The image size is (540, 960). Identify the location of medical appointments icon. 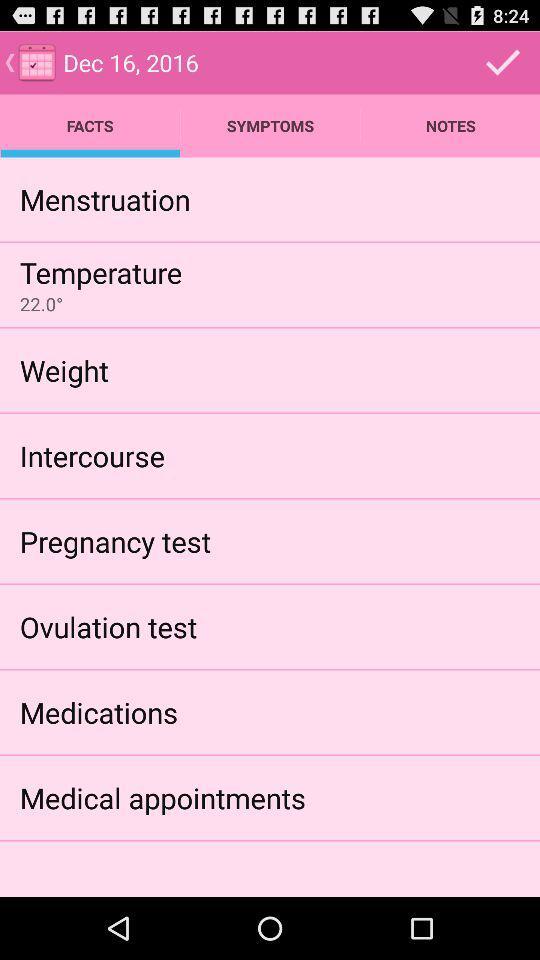
(161, 797).